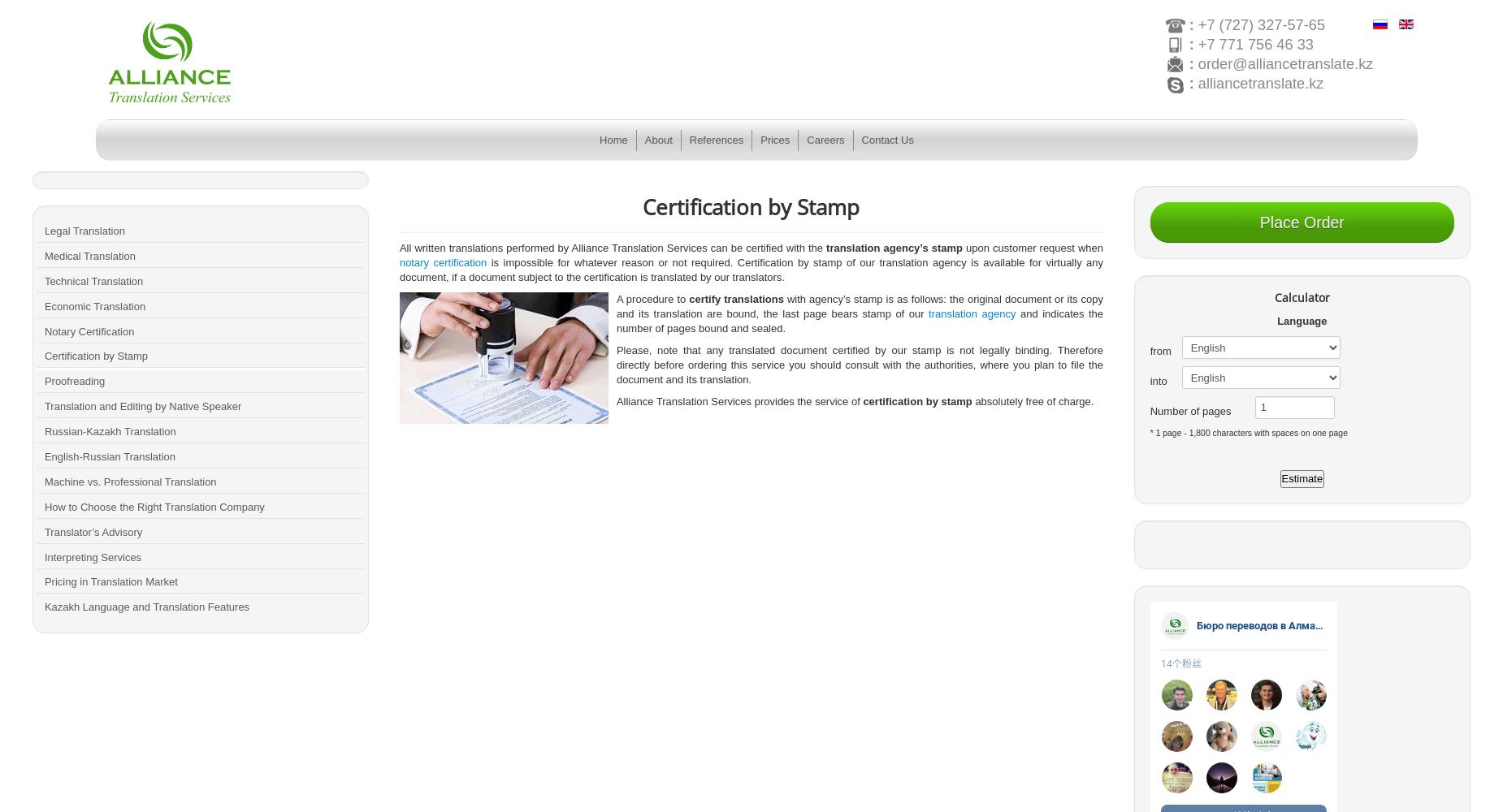 The width and height of the screenshot is (1503, 812). What do you see at coordinates (91, 556) in the screenshot?
I see `'Interpreting Services'` at bounding box center [91, 556].